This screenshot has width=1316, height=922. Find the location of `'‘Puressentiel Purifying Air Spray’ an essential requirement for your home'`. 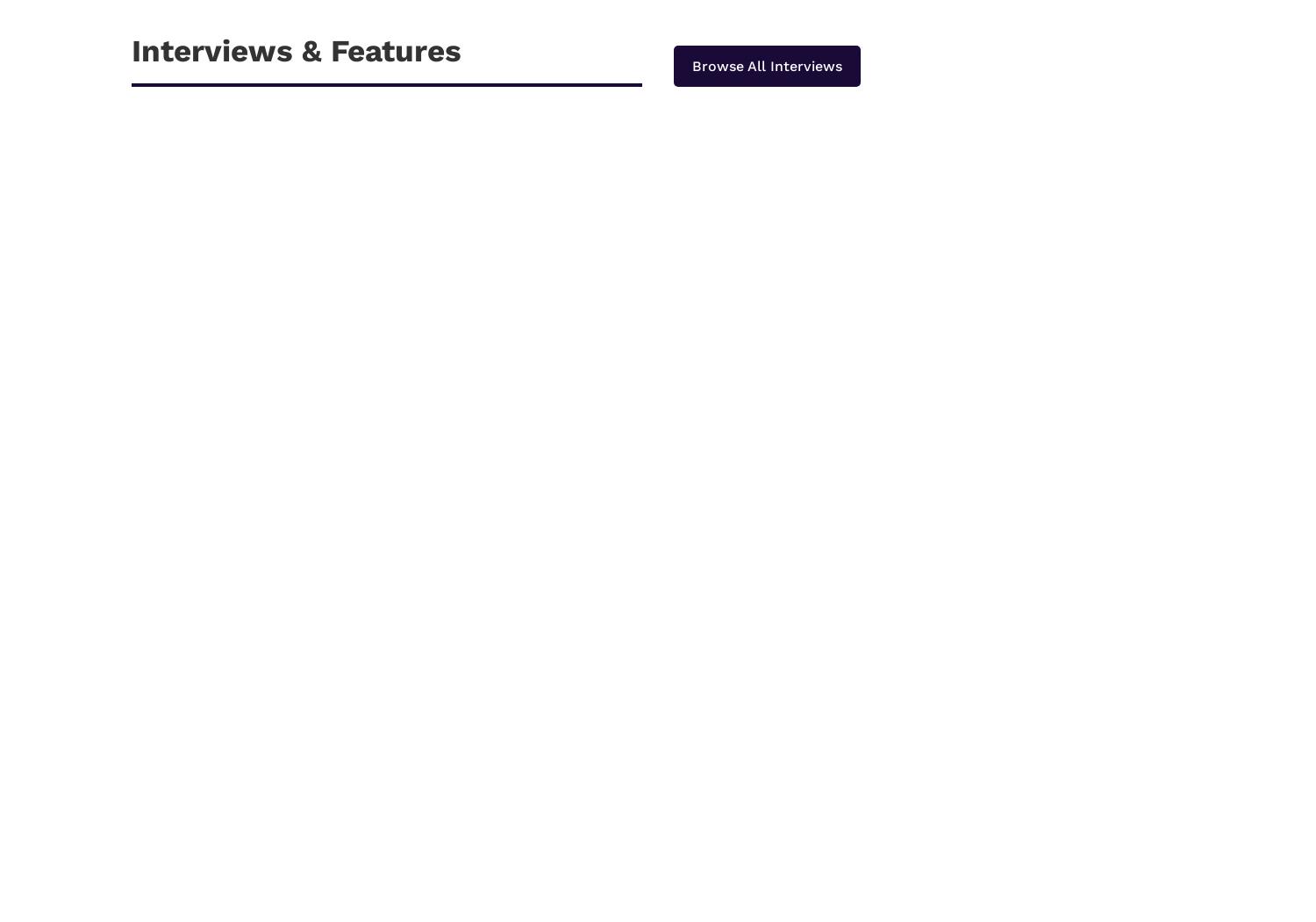

'‘Puressentiel Purifying Air Spray’ an essential requirement for your home' is located at coordinates (432, 766).